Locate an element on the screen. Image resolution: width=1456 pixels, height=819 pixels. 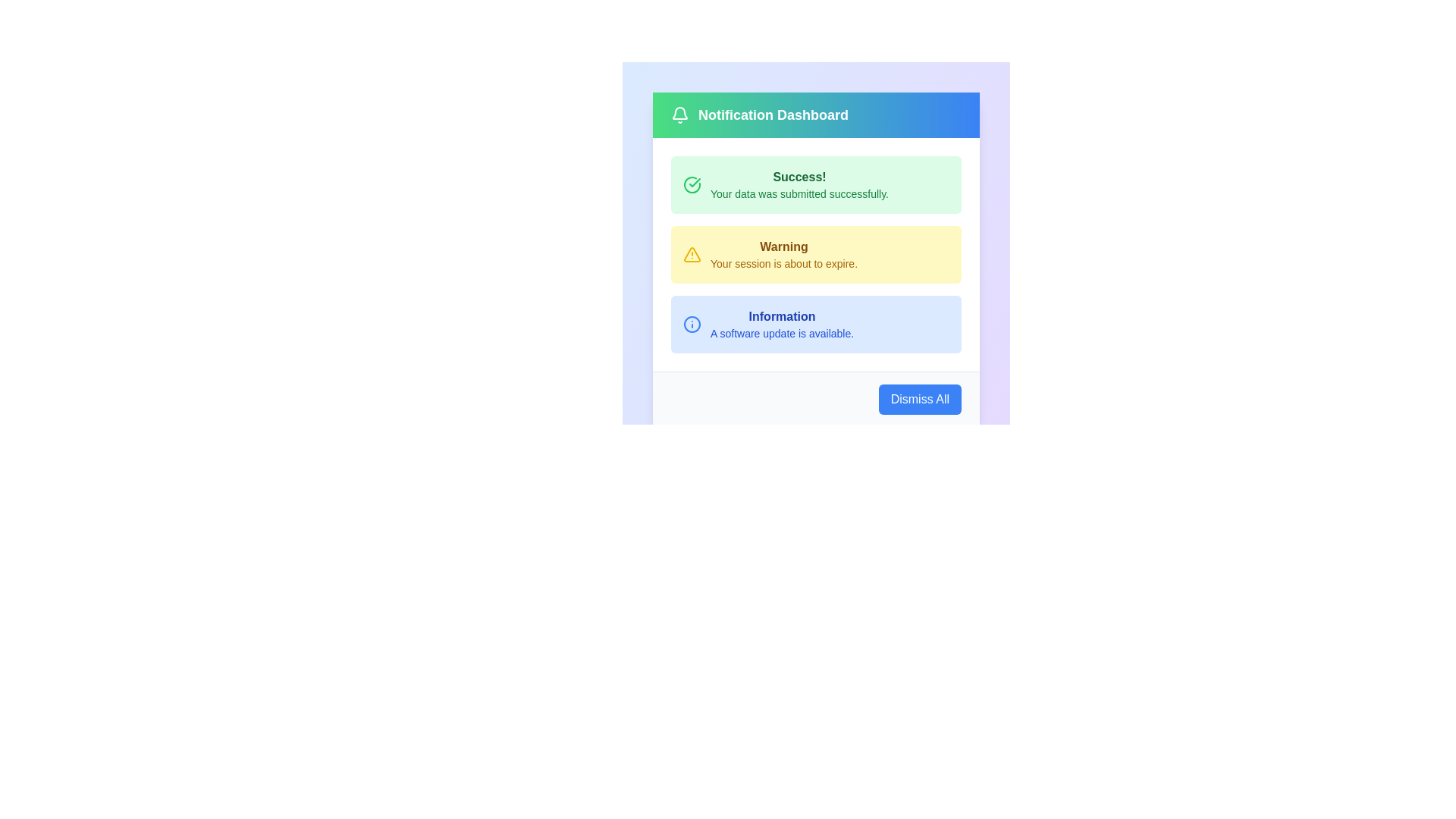
the 'Notification Dashboard' text label displayed in white, bold, large font at the top of the interface is located at coordinates (773, 114).